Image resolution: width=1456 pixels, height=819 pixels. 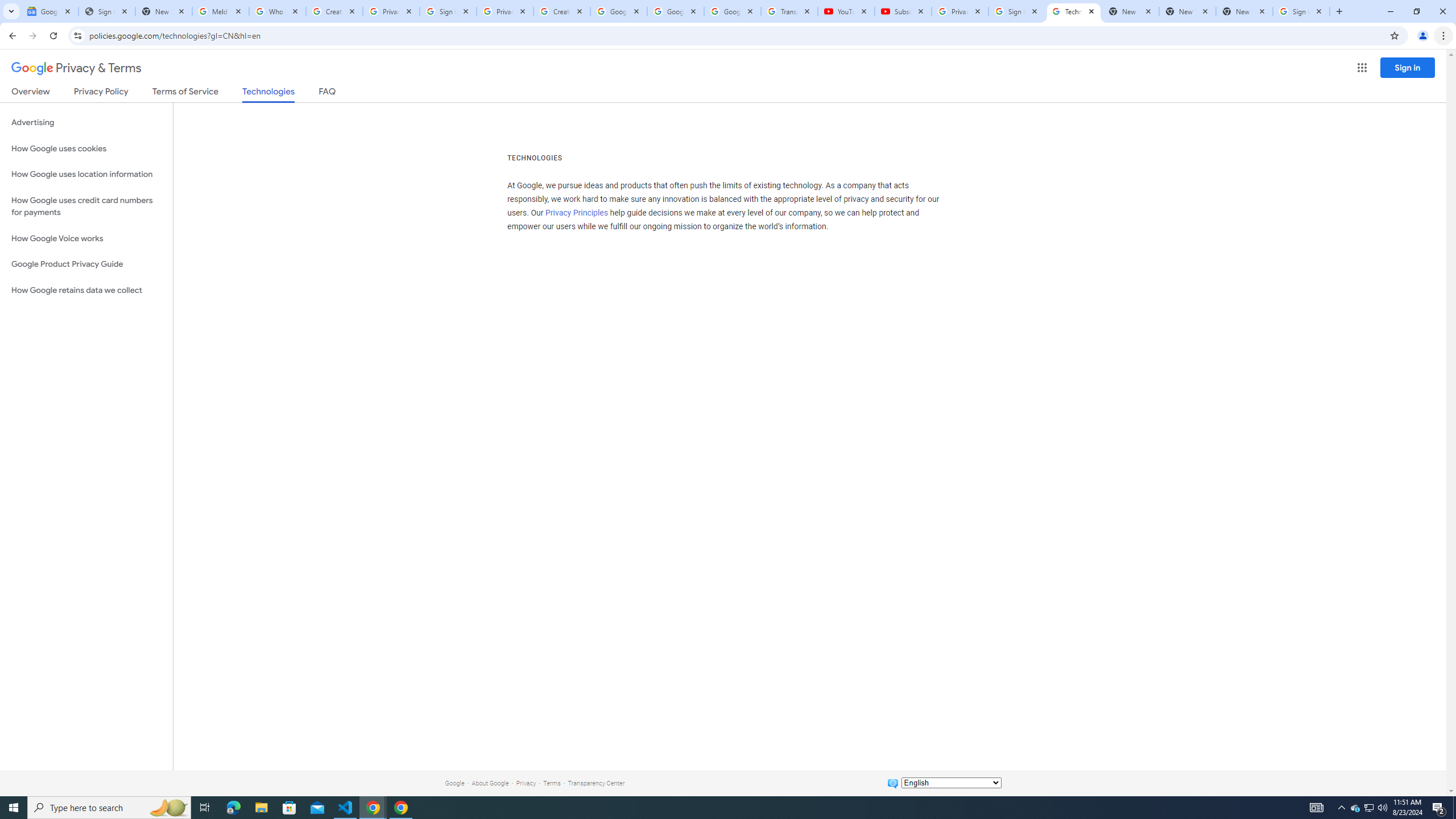 I want to click on 'How Google uses cookies', so click(x=86, y=148).